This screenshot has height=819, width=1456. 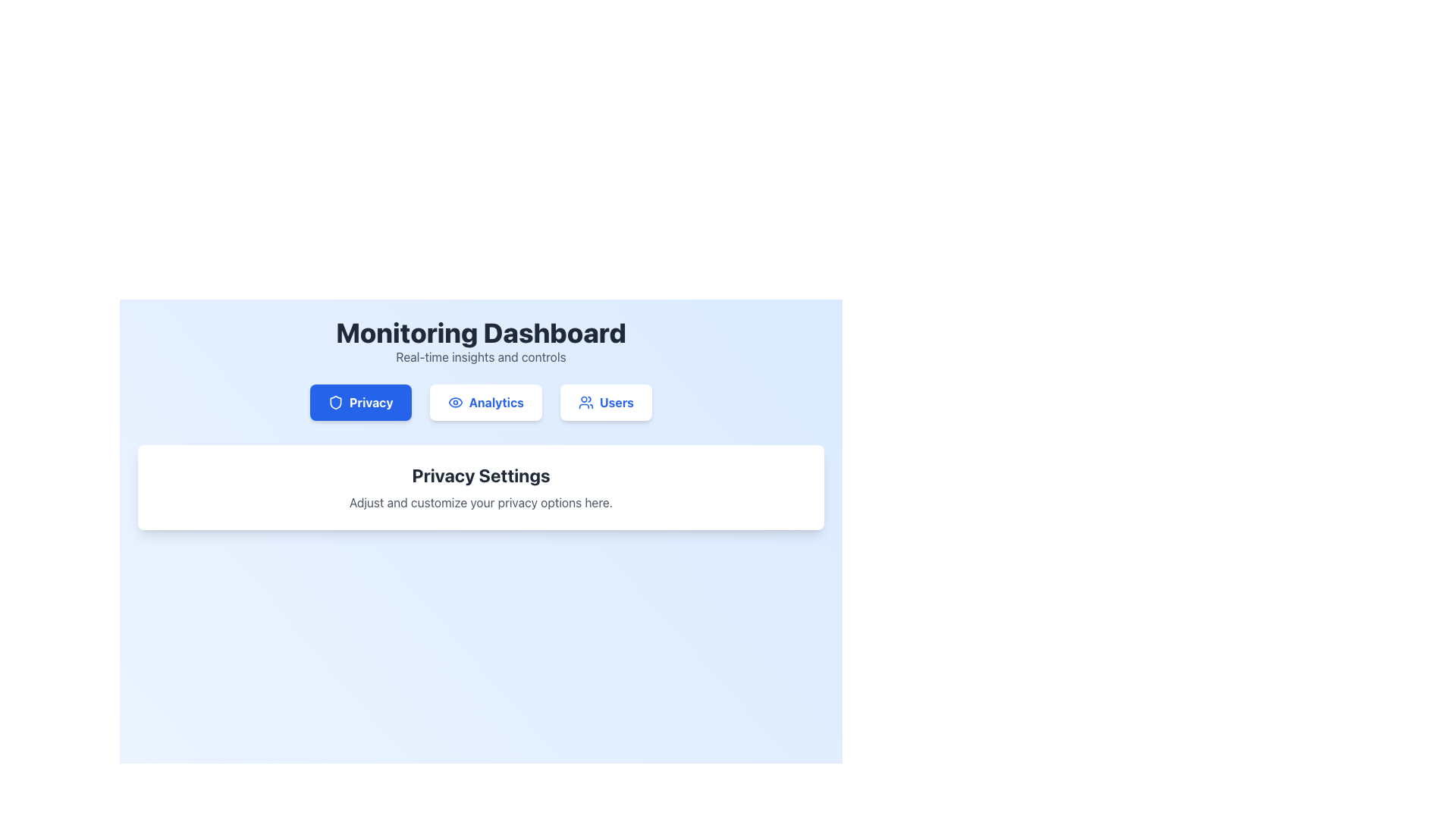 I want to click on the small blue eye icon located to the left of the 'Analytics' button label, so click(x=454, y=402).